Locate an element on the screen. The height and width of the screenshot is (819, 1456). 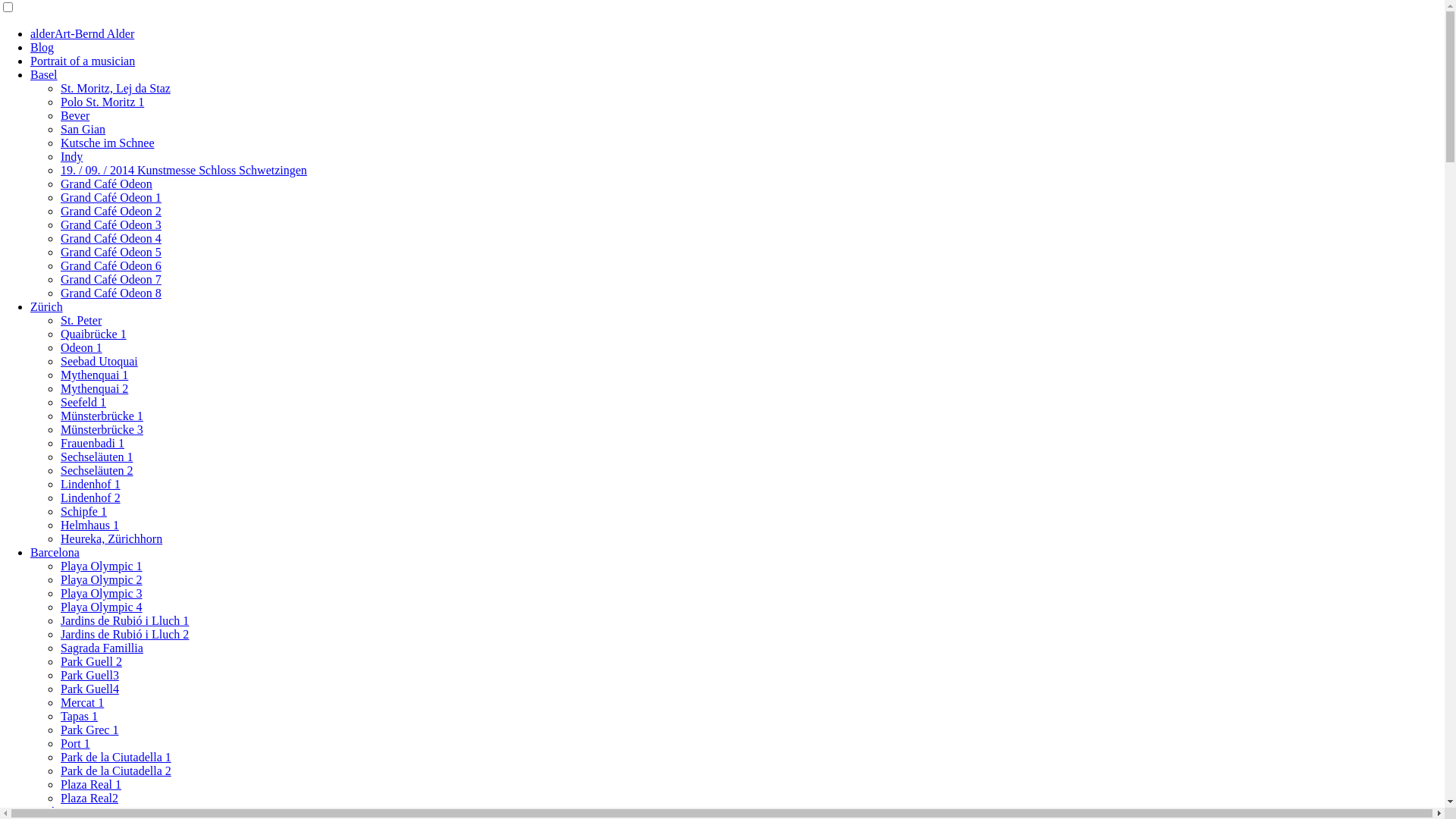
'Kutsche im Schnee' is located at coordinates (107, 143).